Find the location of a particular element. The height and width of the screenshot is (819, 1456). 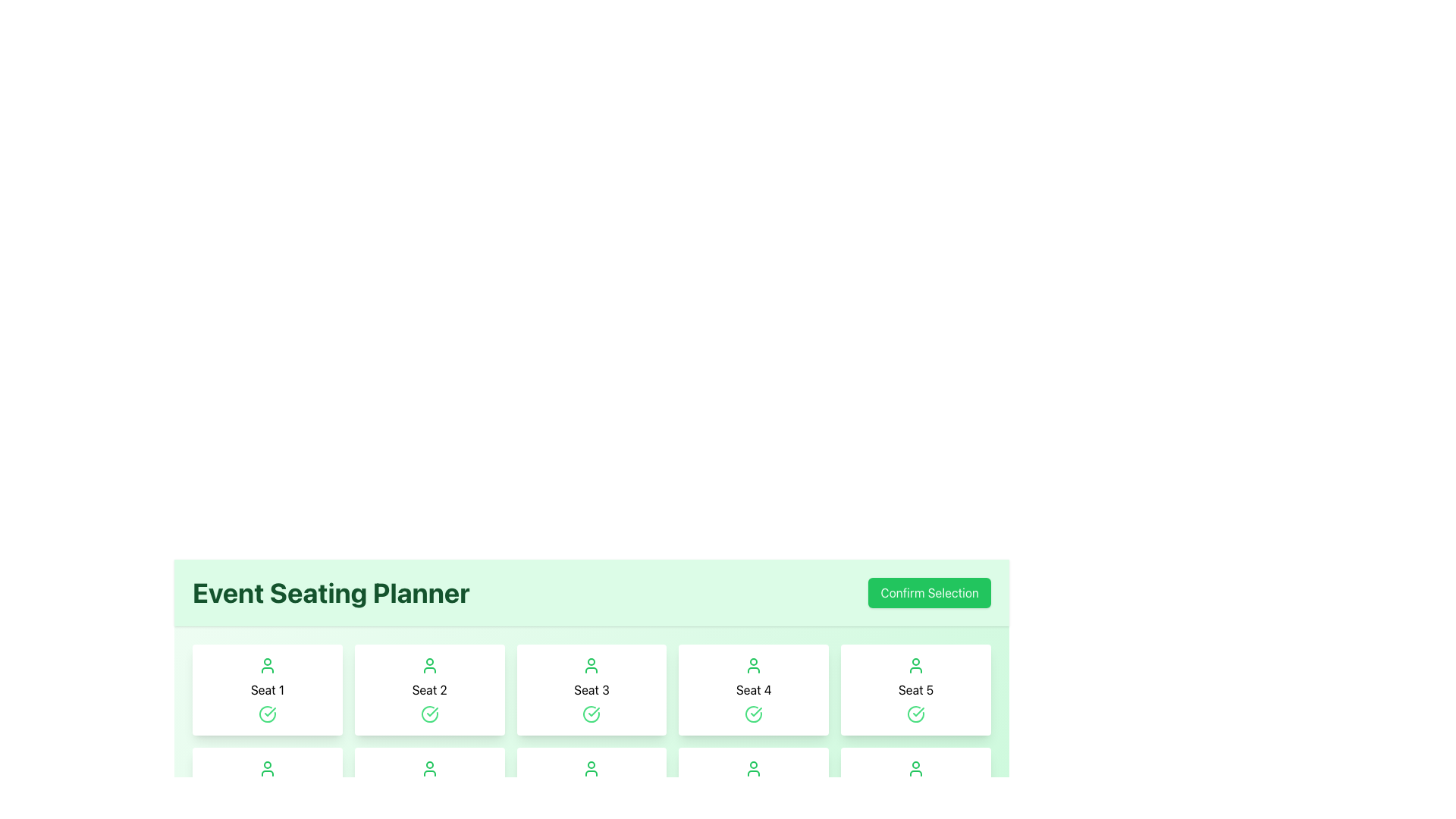

the circular green-bordered icon representing a checkmark within the 'Seat 2' module in the UI is located at coordinates (267, 714).